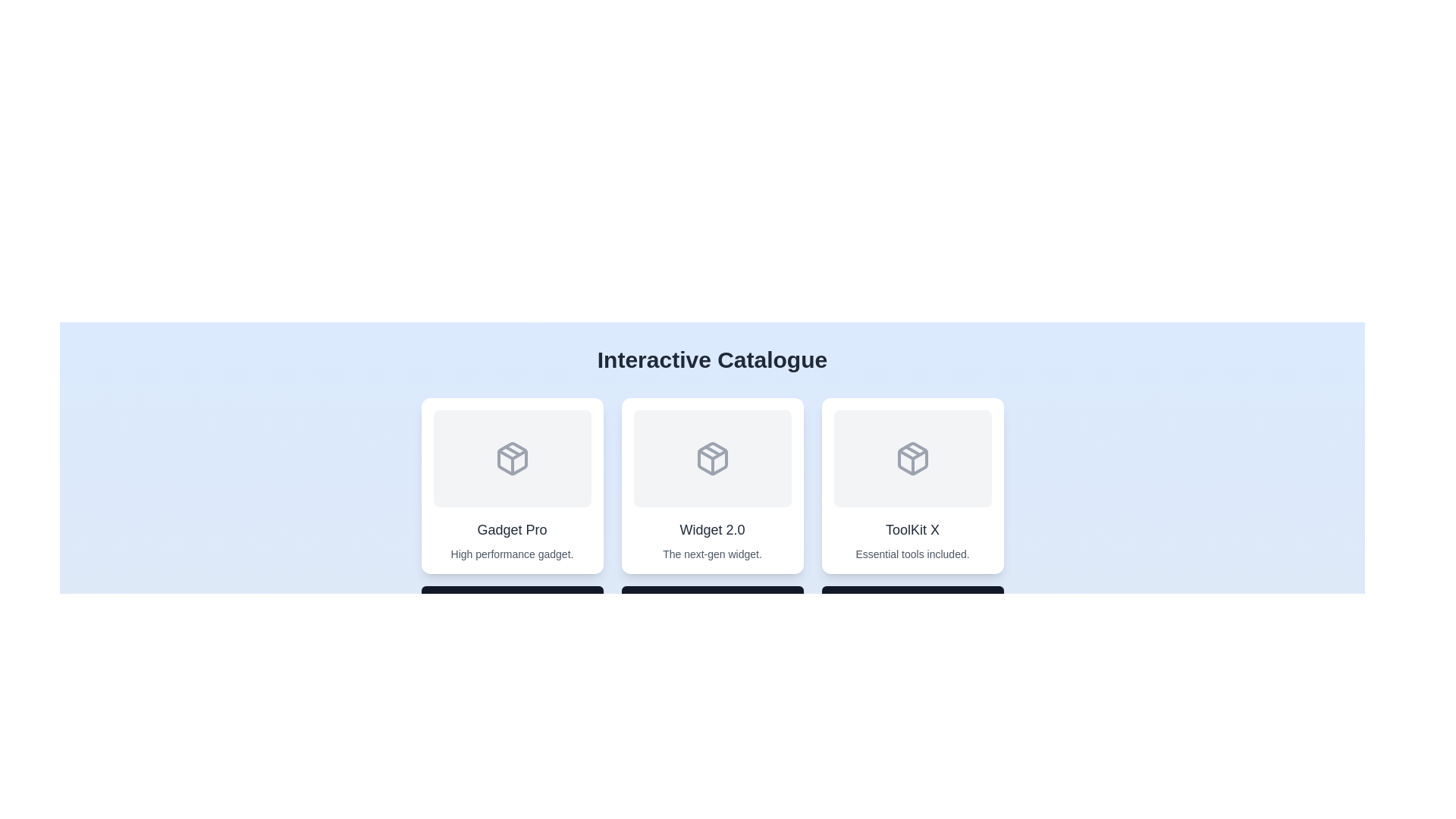  Describe the element at coordinates (711, 485) in the screenshot. I see `the card component for 'Widget 2.0' located` at that location.